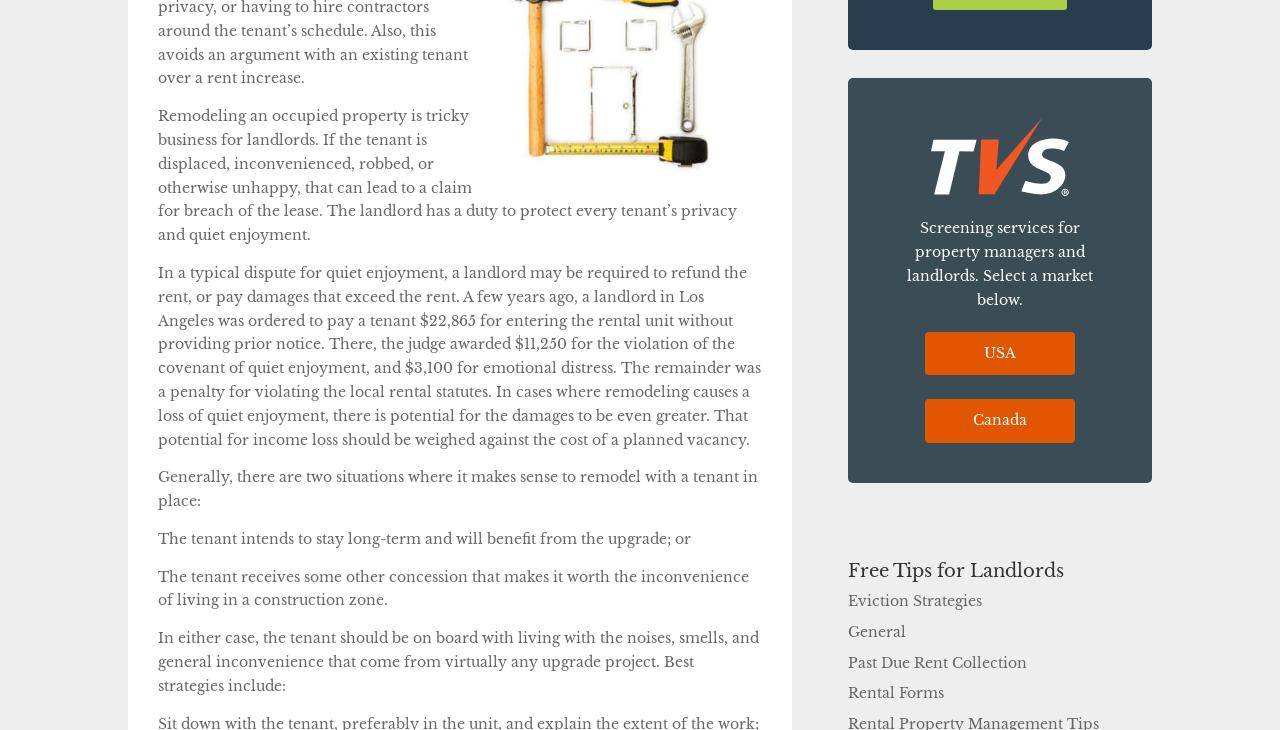  I want to click on 'In either case, the tenant should be on board with living with the noises, smells, and general inconvenience that come from virtually any upgrade project. Best strategies include:', so click(457, 661).